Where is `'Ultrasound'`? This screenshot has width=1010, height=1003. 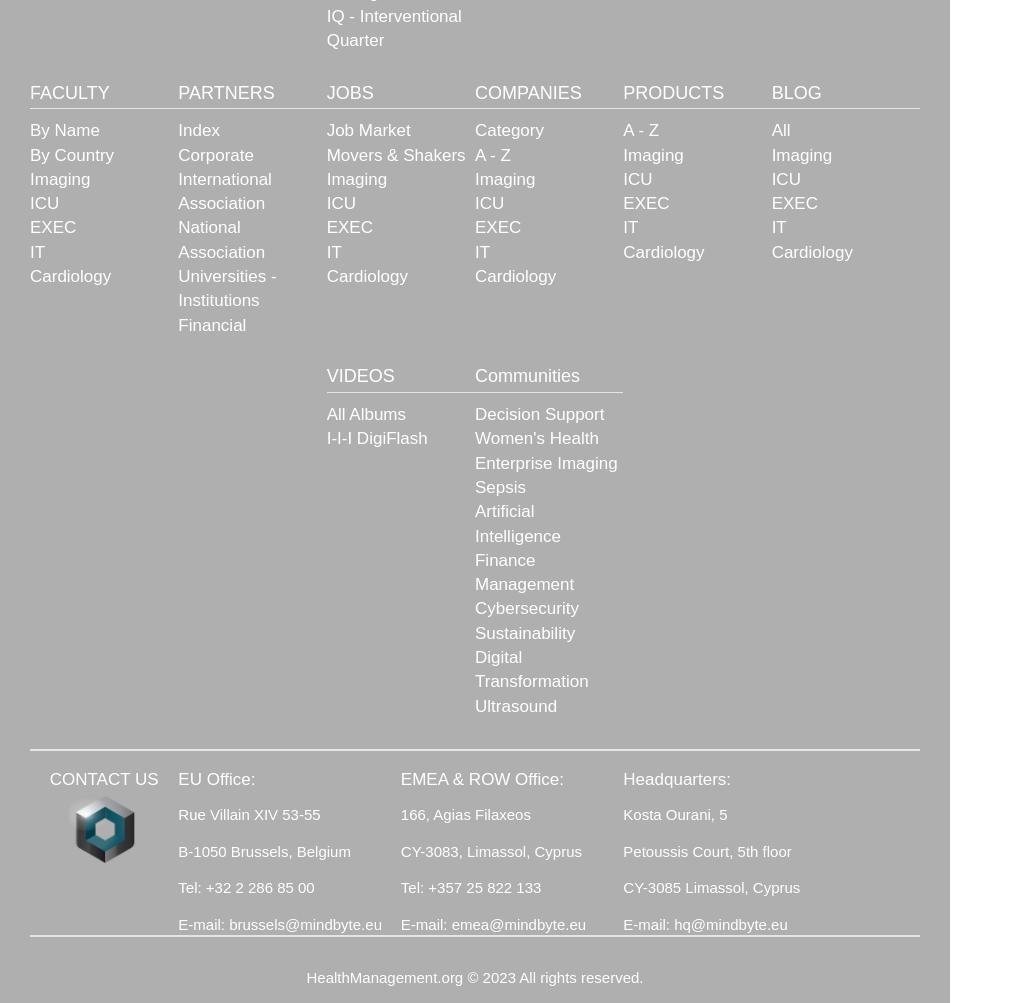
'Ultrasound' is located at coordinates (514, 704).